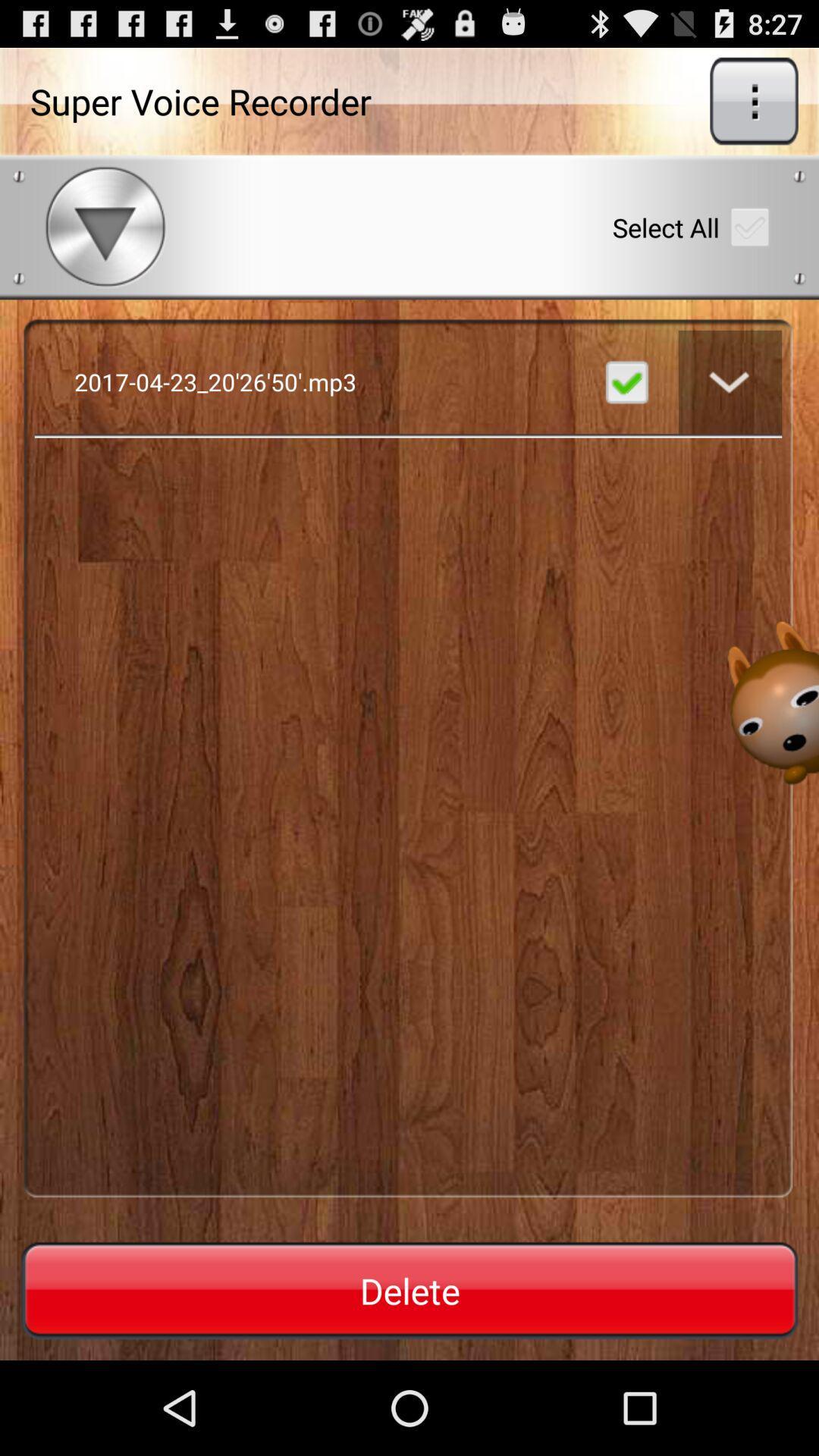  What do you see at coordinates (754, 107) in the screenshot?
I see `the more icon` at bounding box center [754, 107].